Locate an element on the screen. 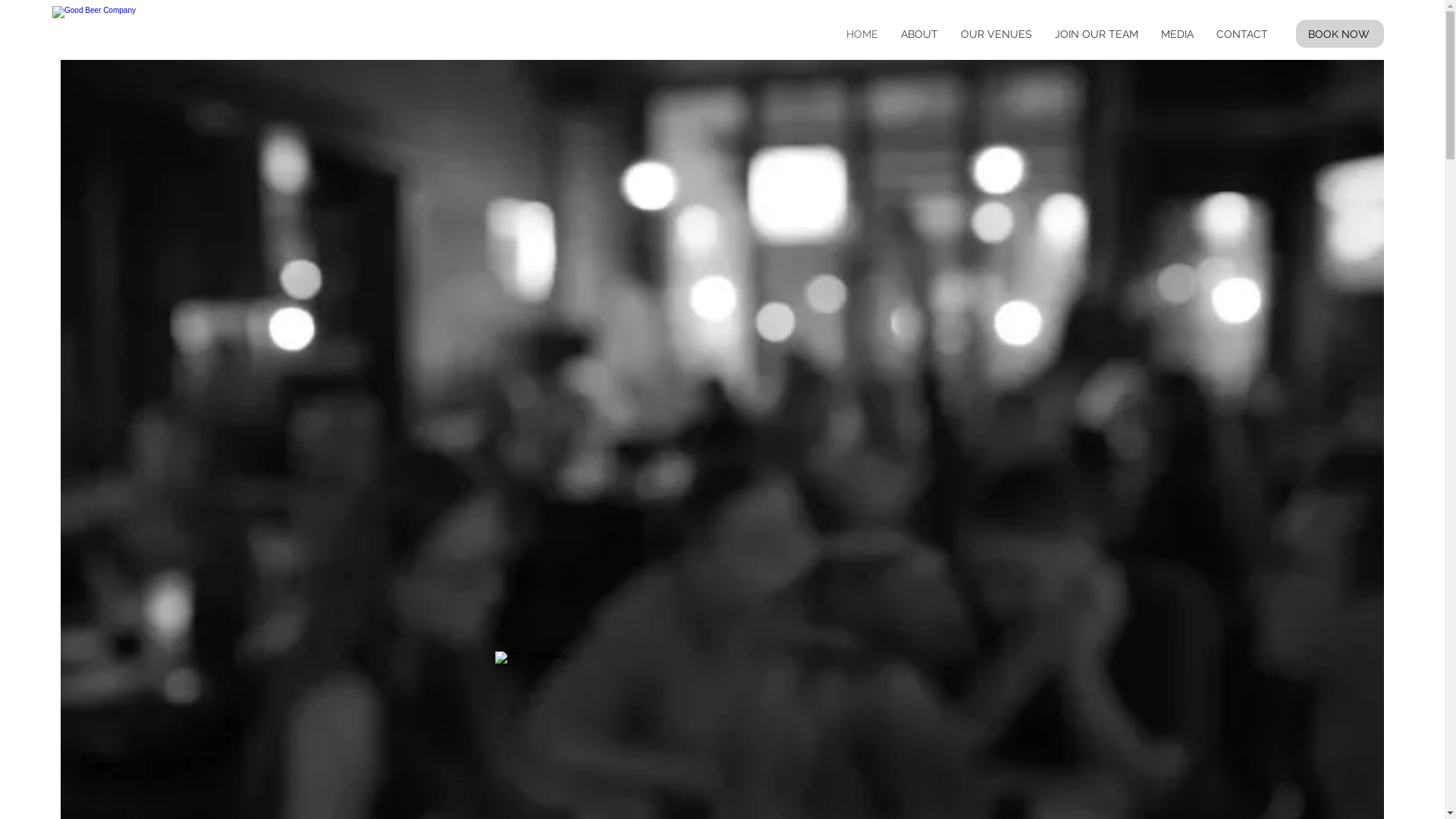 This screenshot has height=819, width=1456. 'HOME' is located at coordinates (862, 34).